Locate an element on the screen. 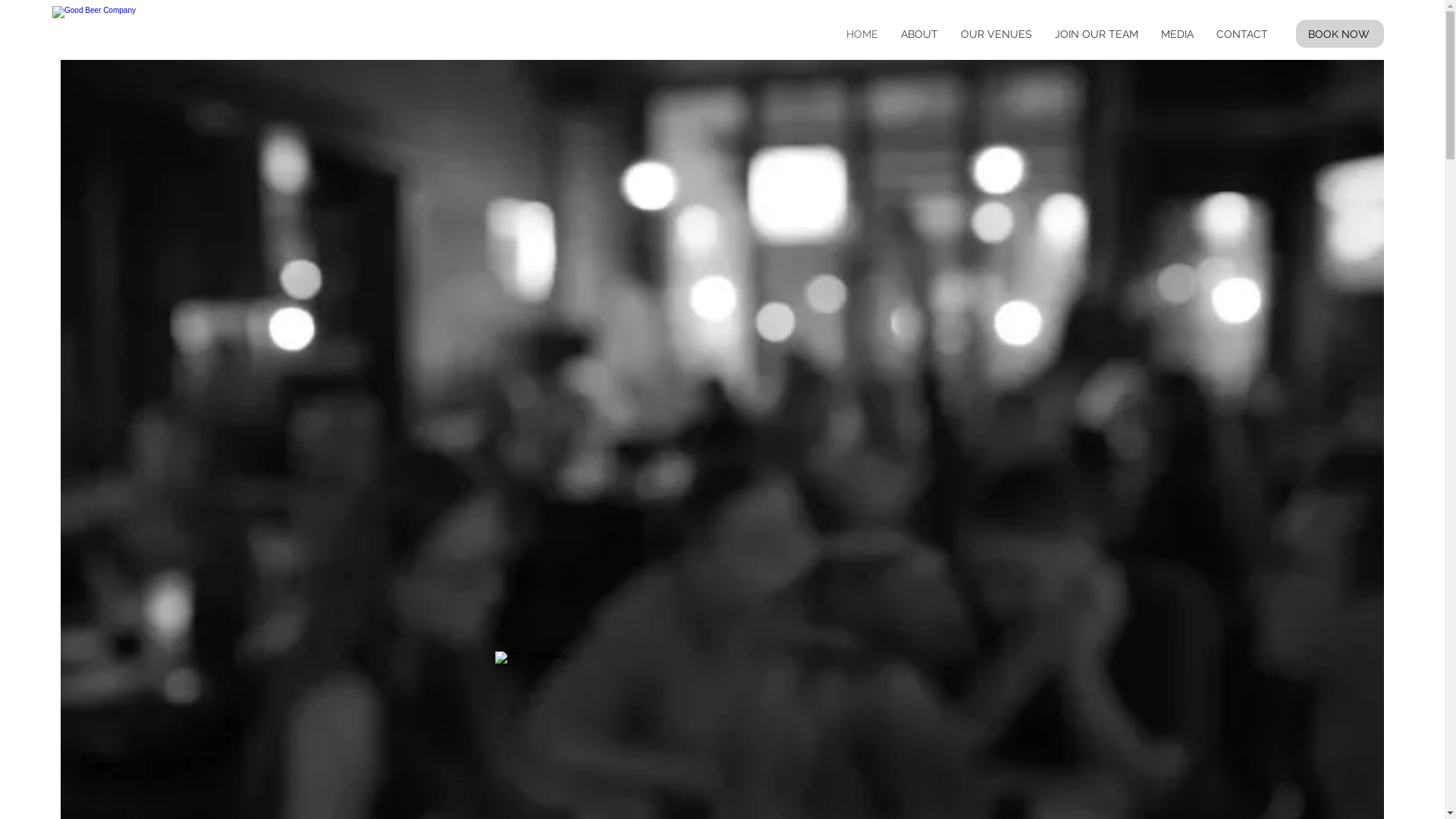 This screenshot has height=819, width=1456. 'HOME' is located at coordinates (862, 34).